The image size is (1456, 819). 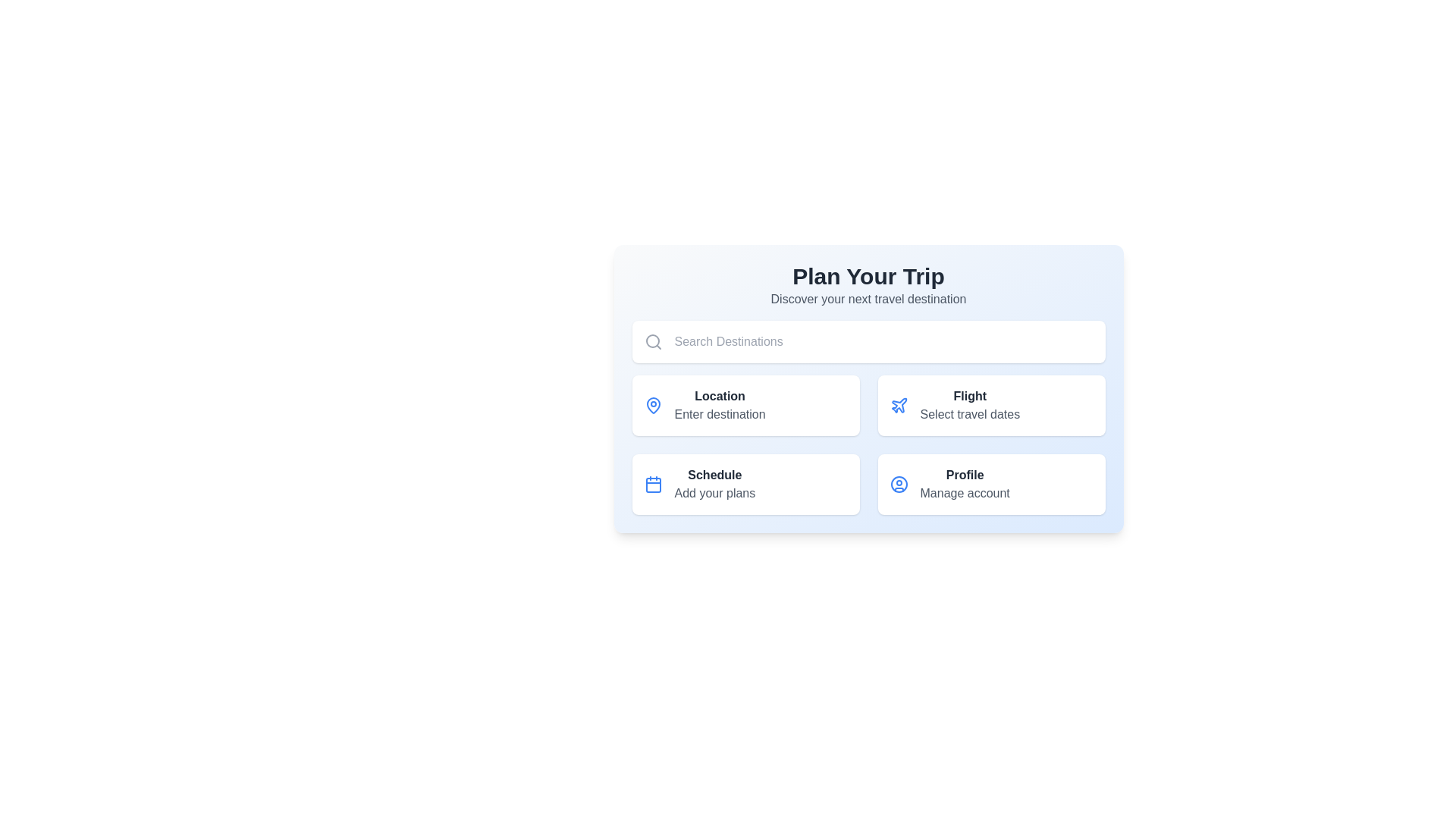 What do you see at coordinates (653, 485) in the screenshot?
I see `the rounded rectangle-shaped component within the calendar icon, part of the 'Schedule' button located in the lower-left section of the interface` at bounding box center [653, 485].